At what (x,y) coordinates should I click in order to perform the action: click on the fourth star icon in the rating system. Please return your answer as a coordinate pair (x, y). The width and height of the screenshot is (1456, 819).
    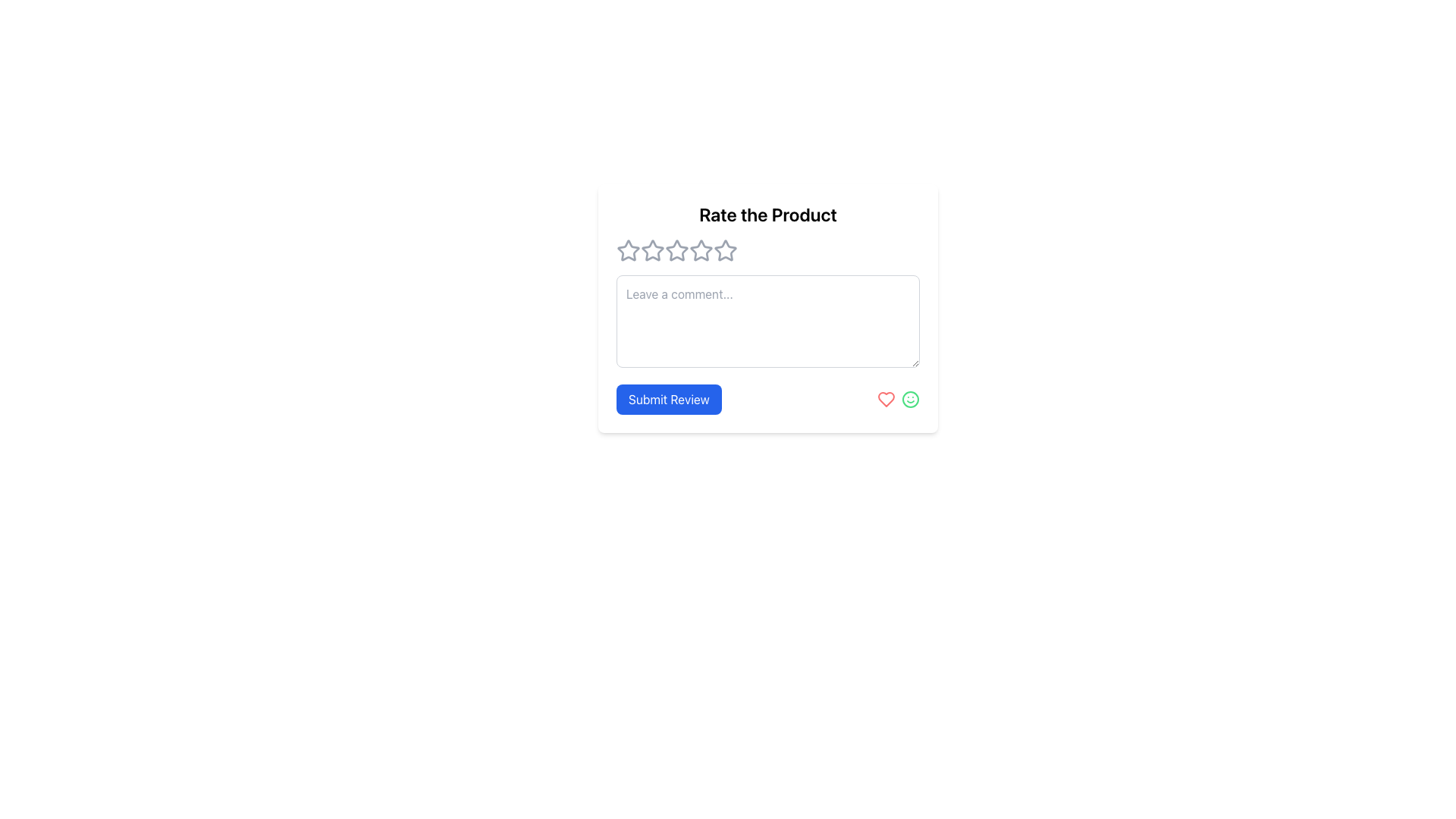
    Looking at the image, I should click on (724, 249).